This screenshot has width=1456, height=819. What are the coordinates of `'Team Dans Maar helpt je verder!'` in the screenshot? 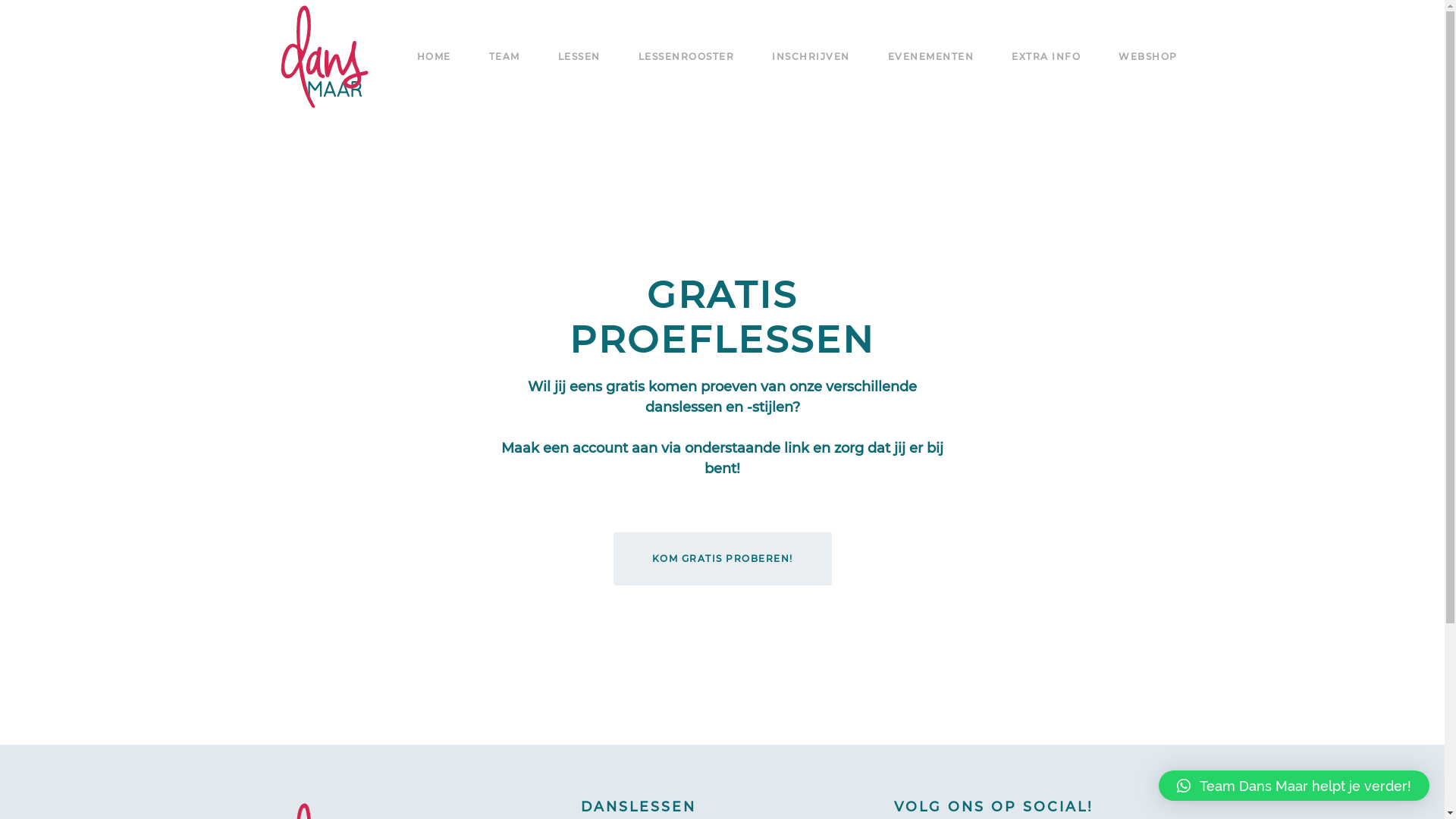 It's located at (1293, 785).